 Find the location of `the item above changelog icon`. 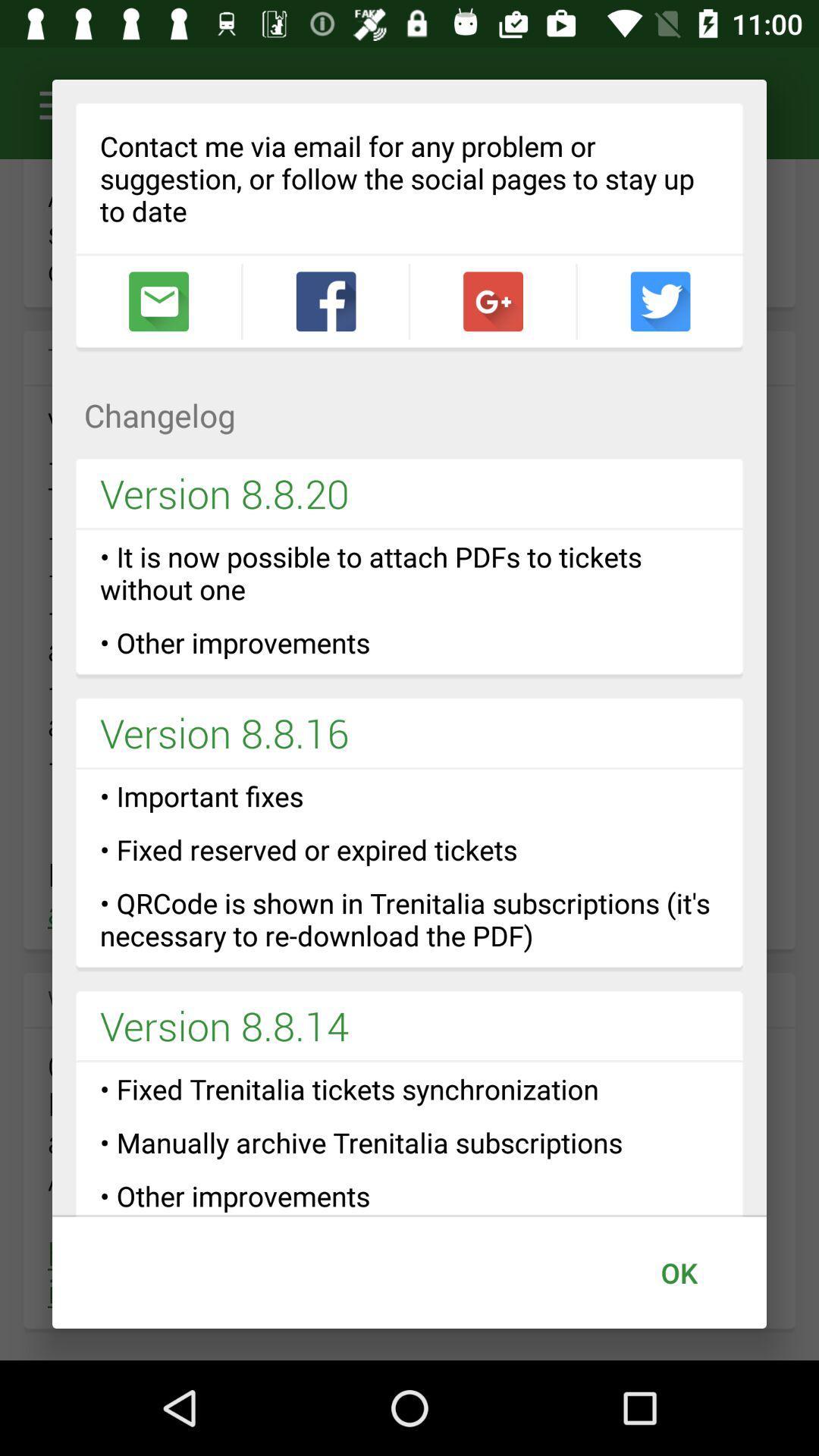

the item above changelog icon is located at coordinates (158, 301).